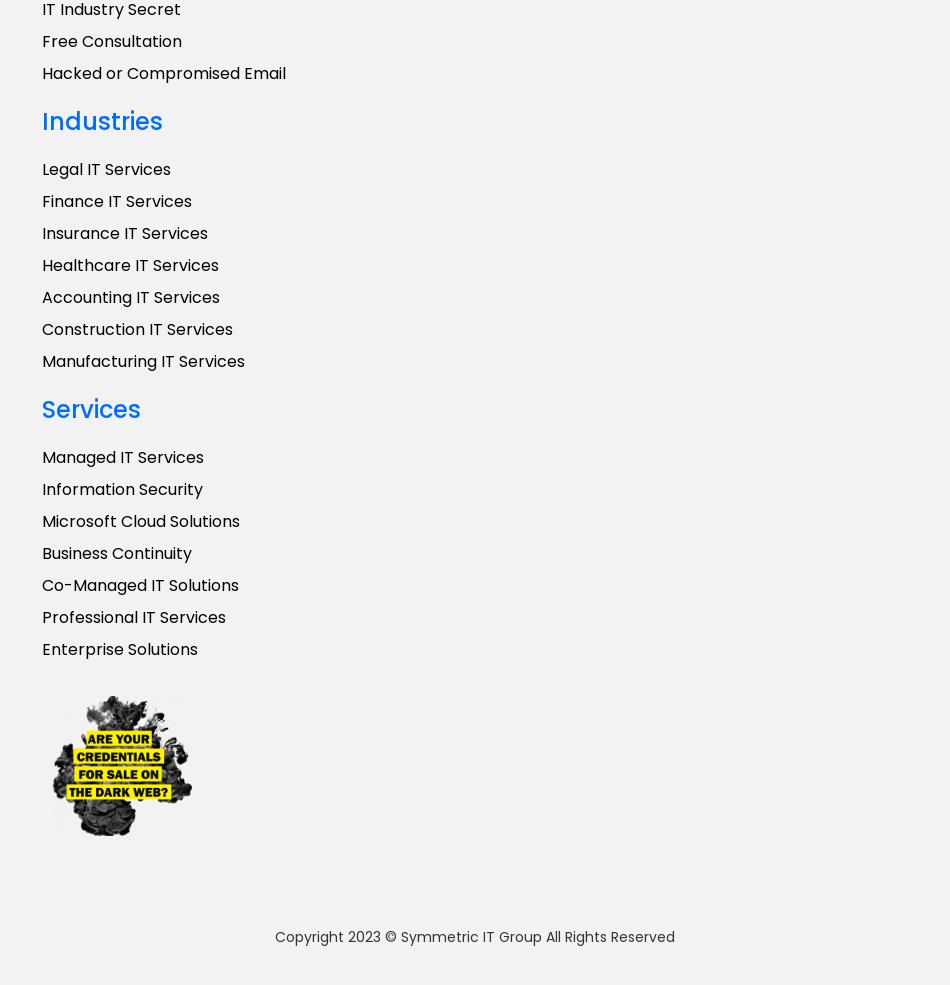 The image size is (950, 985). Describe the element at coordinates (117, 200) in the screenshot. I see `'Finance IT Services'` at that location.